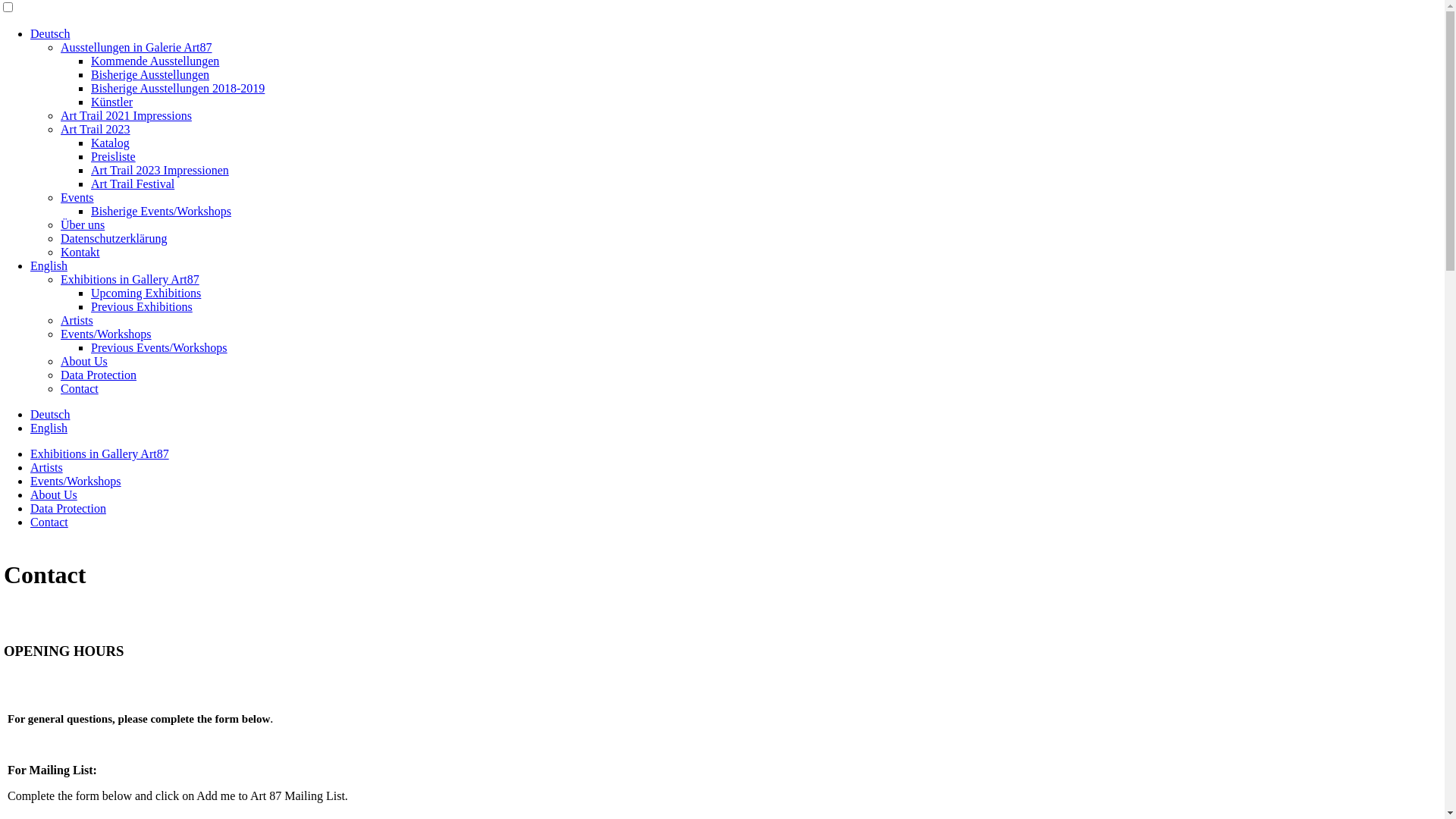  Describe the element at coordinates (161, 211) in the screenshot. I see `'Bisherige Events/Workshops'` at that location.